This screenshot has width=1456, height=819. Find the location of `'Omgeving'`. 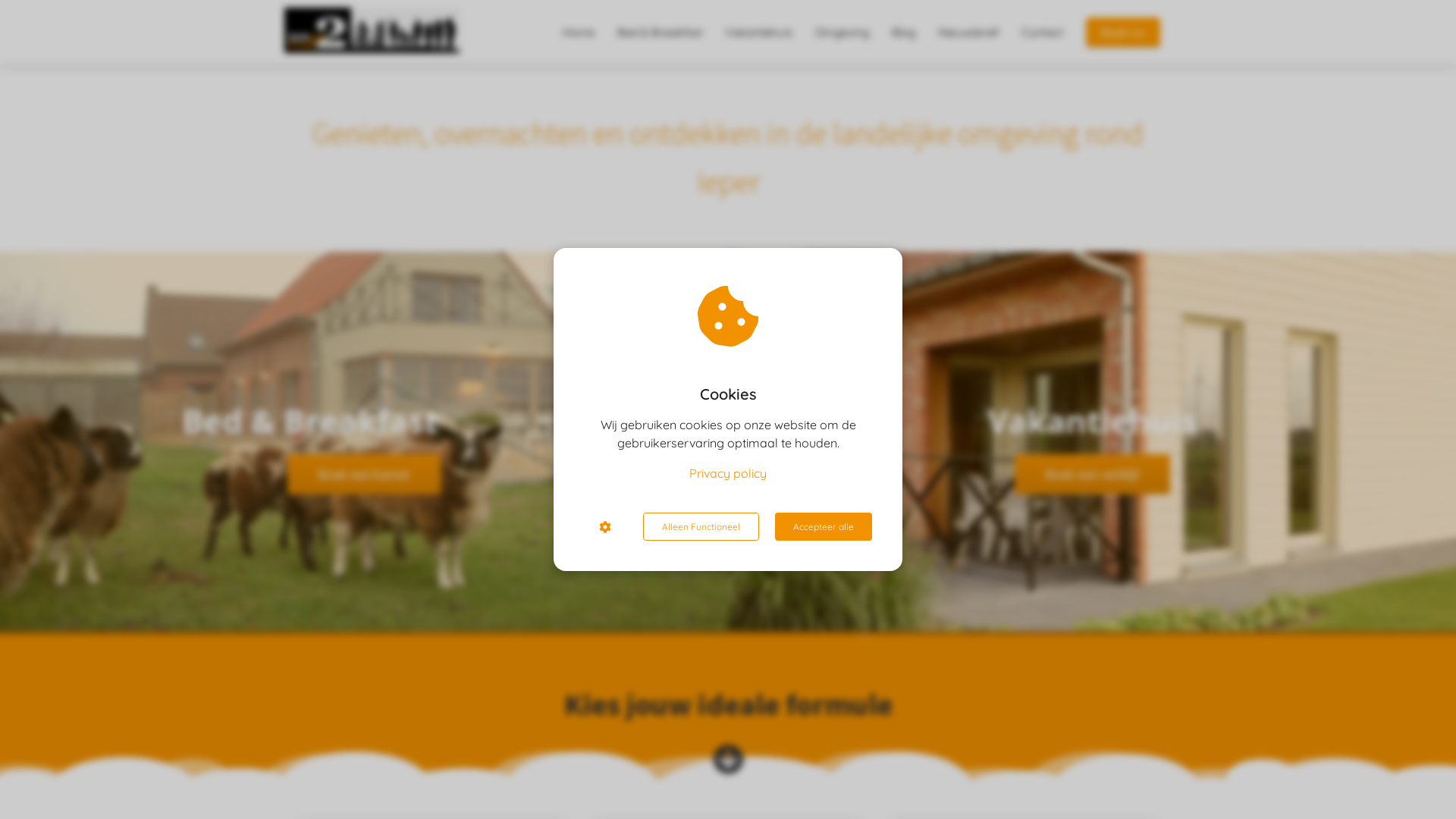

'Omgeving' is located at coordinates (803, 32).